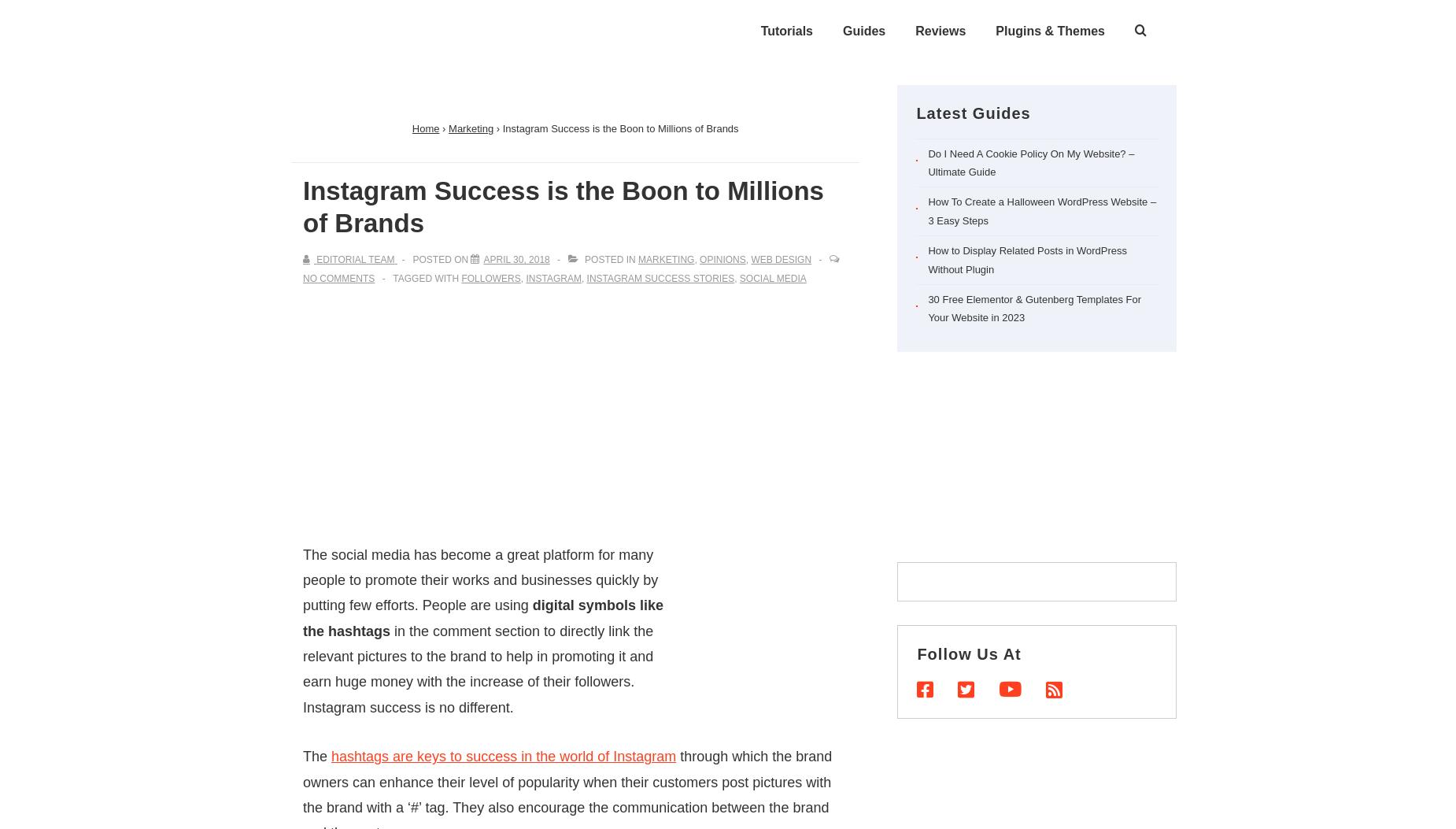 This screenshot has width=1456, height=829. What do you see at coordinates (972, 113) in the screenshot?
I see `'Latest Guides'` at bounding box center [972, 113].